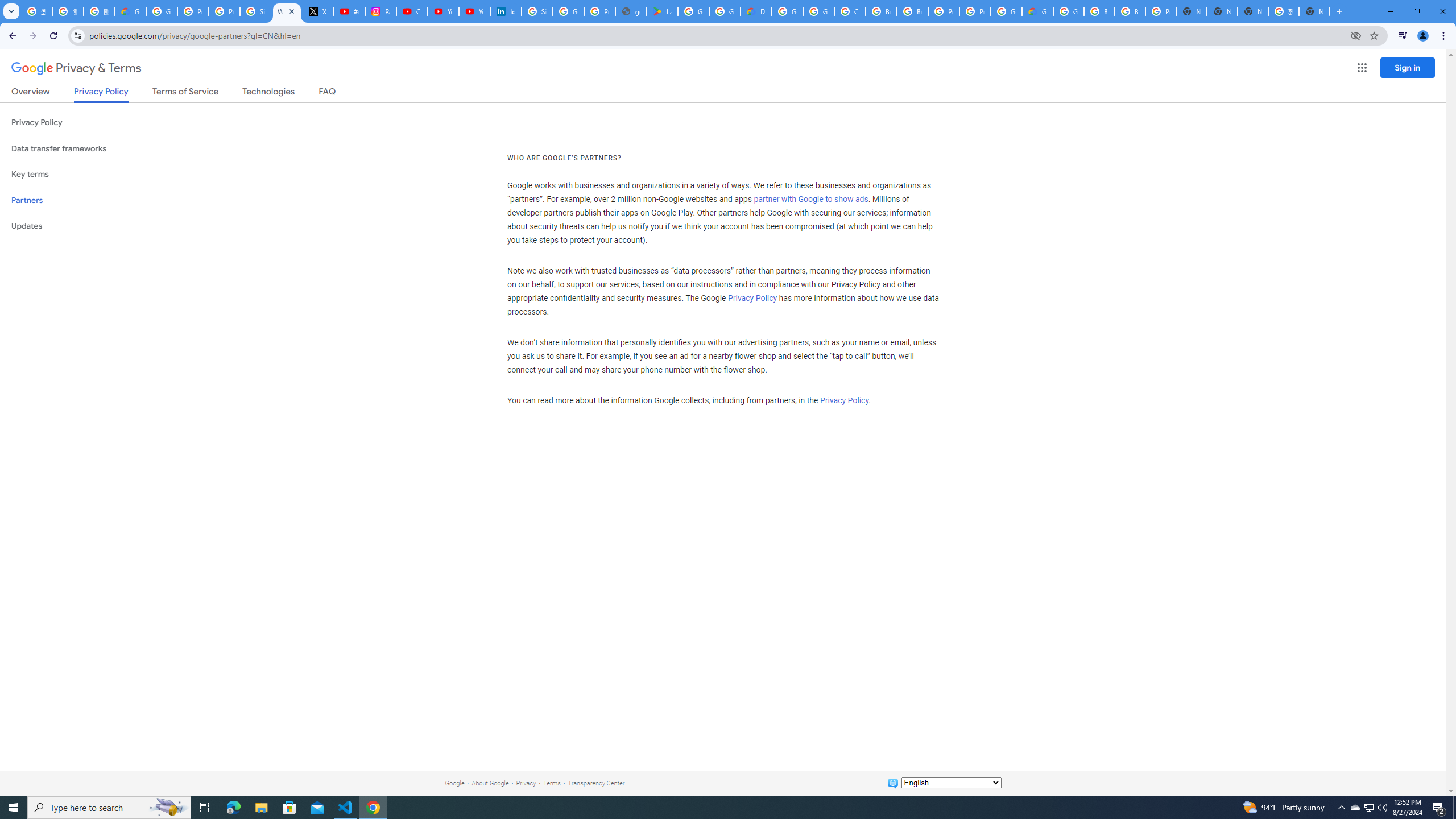  What do you see at coordinates (810, 200) in the screenshot?
I see `'partner with Google to show ads'` at bounding box center [810, 200].